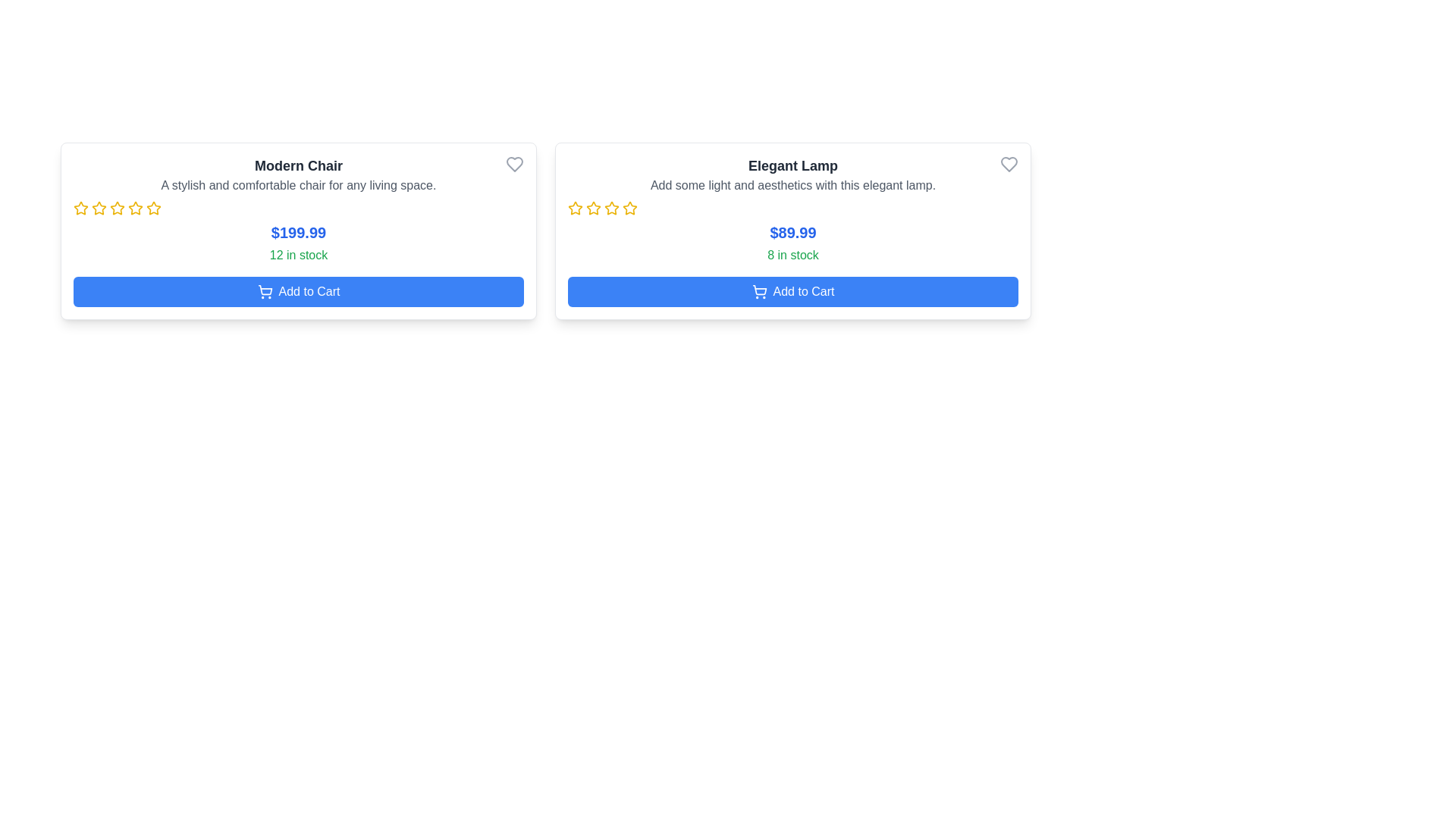 This screenshot has height=819, width=1456. What do you see at coordinates (153, 208) in the screenshot?
I see `on the yellow star icon, which is the second star in a horizontal row of five stars` at bounding box center [153, 208].